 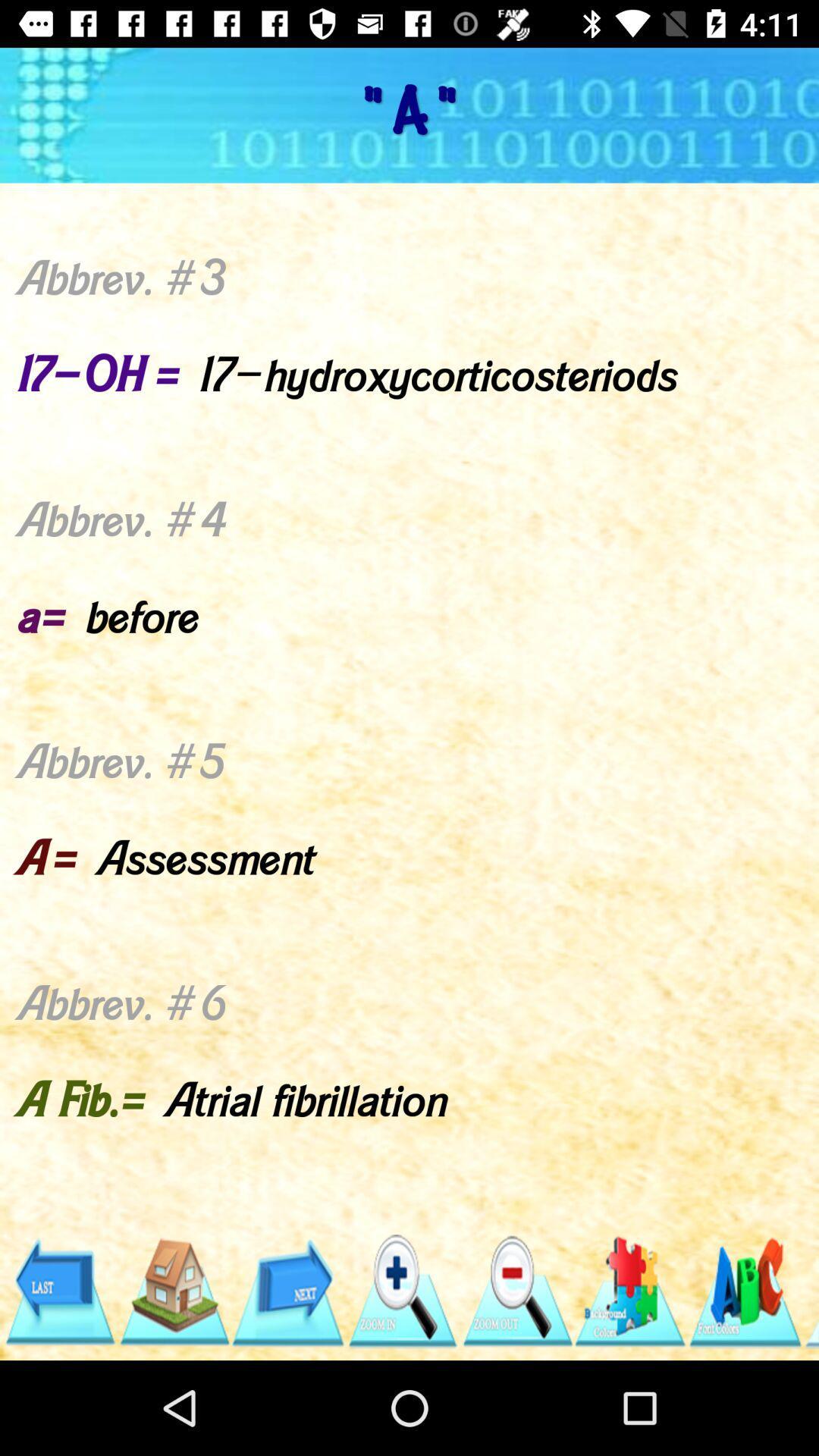 I want to click on go back, so click(x=58, y=1291).